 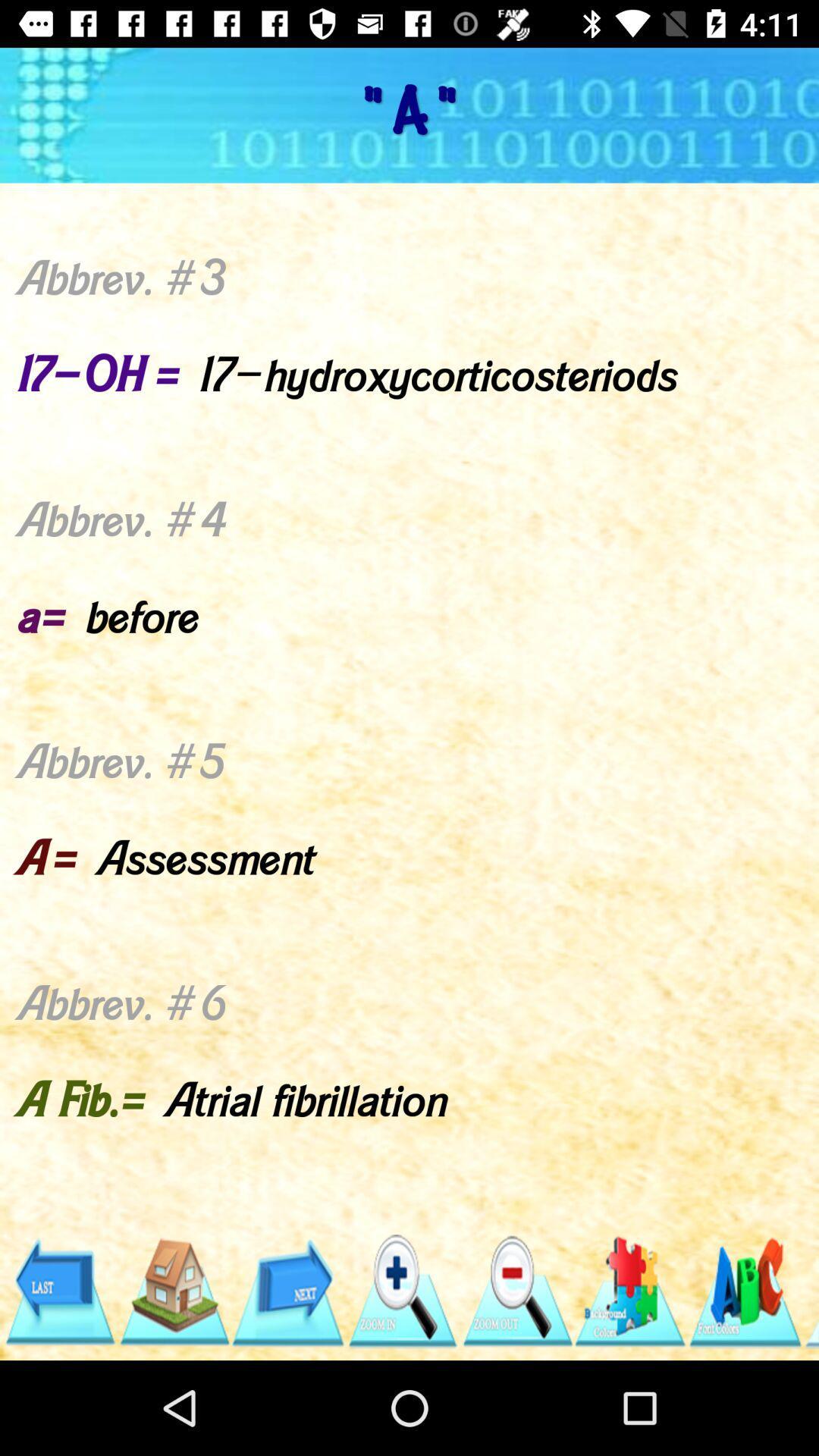 I want to click on go back, so click(x=58, y=1291).